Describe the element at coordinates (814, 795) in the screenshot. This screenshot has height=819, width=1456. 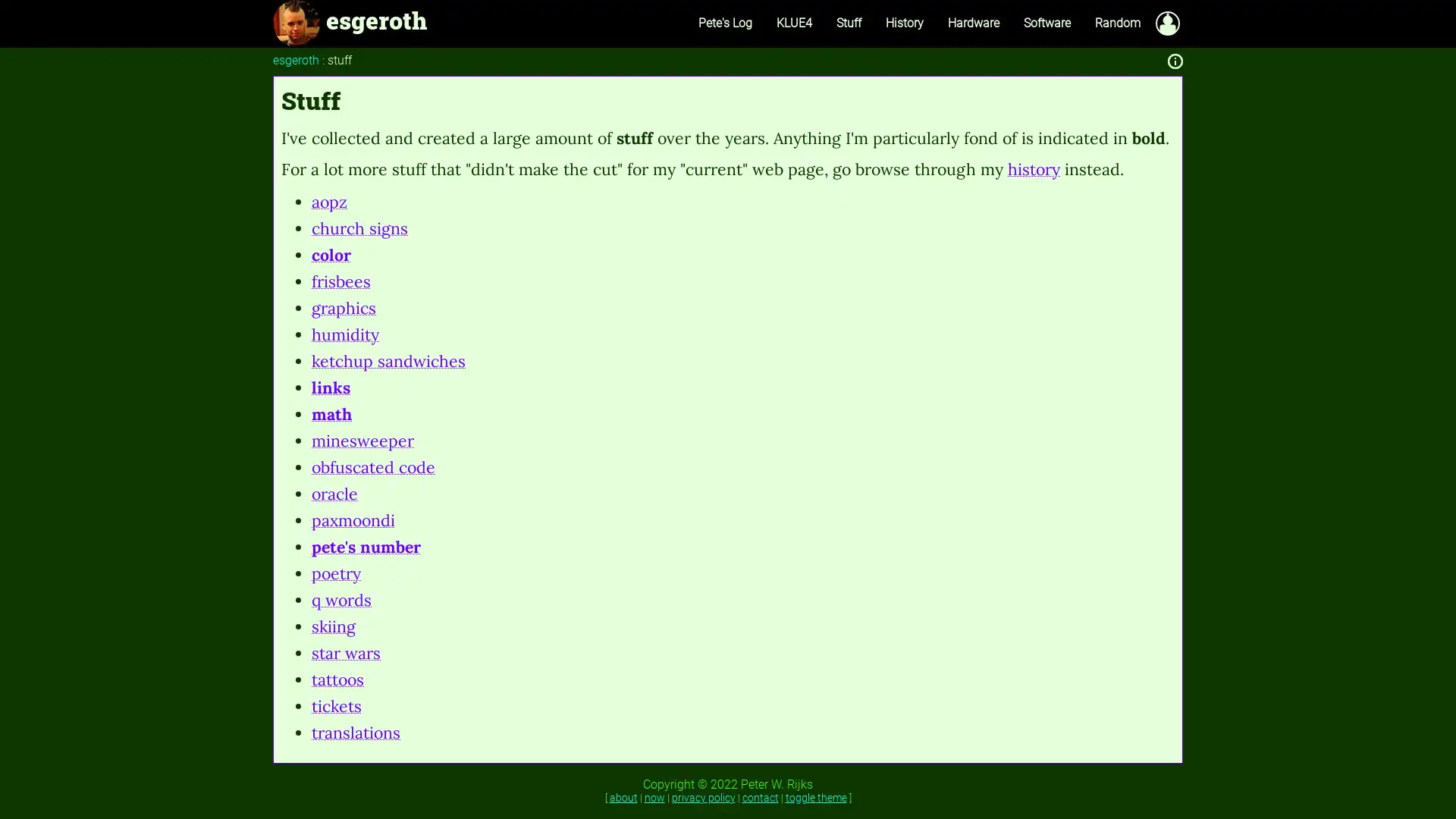
I see `toggle theme` at that location.